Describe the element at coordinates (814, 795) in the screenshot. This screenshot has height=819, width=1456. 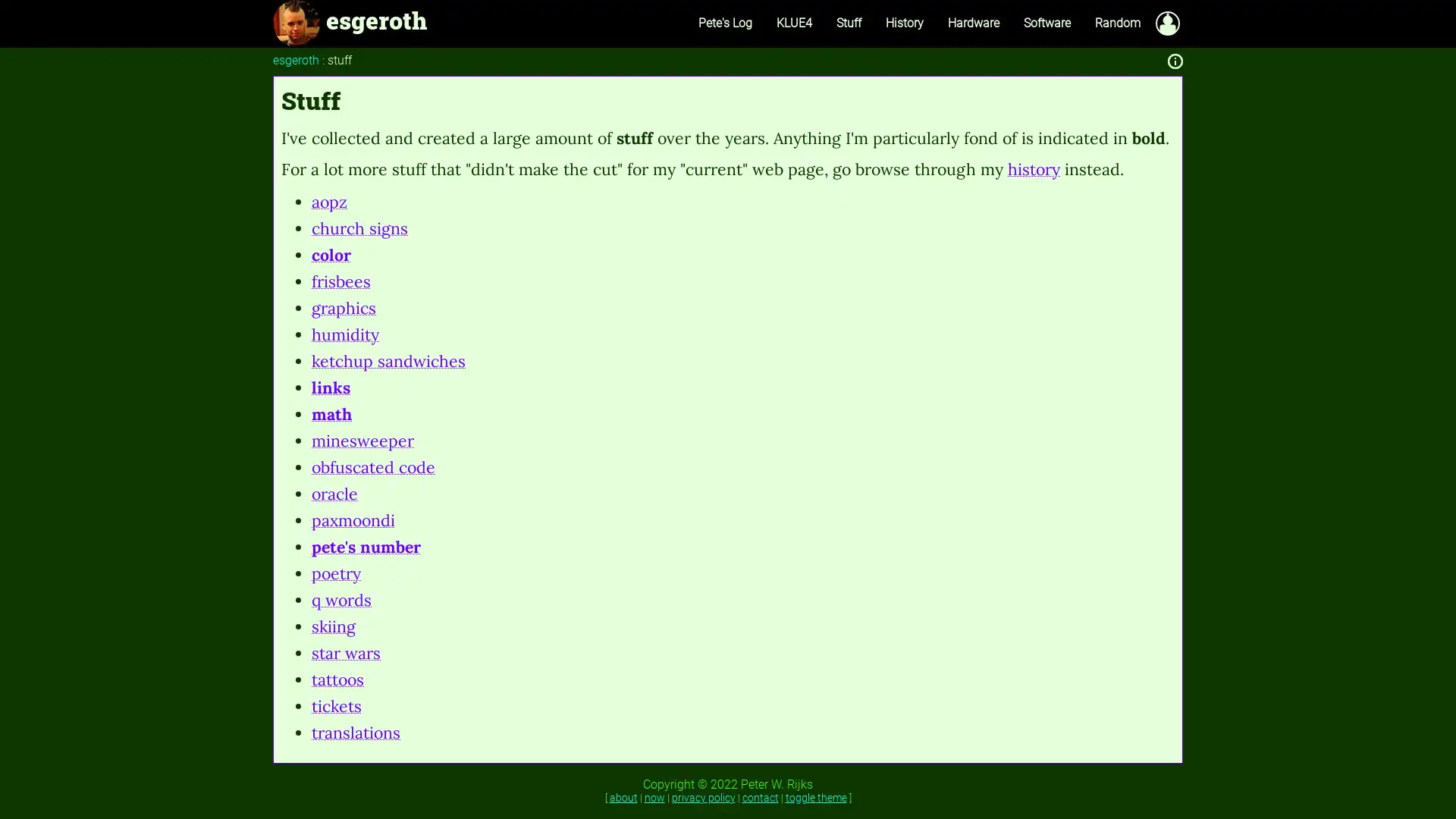
I see `toggle theme` at that location.